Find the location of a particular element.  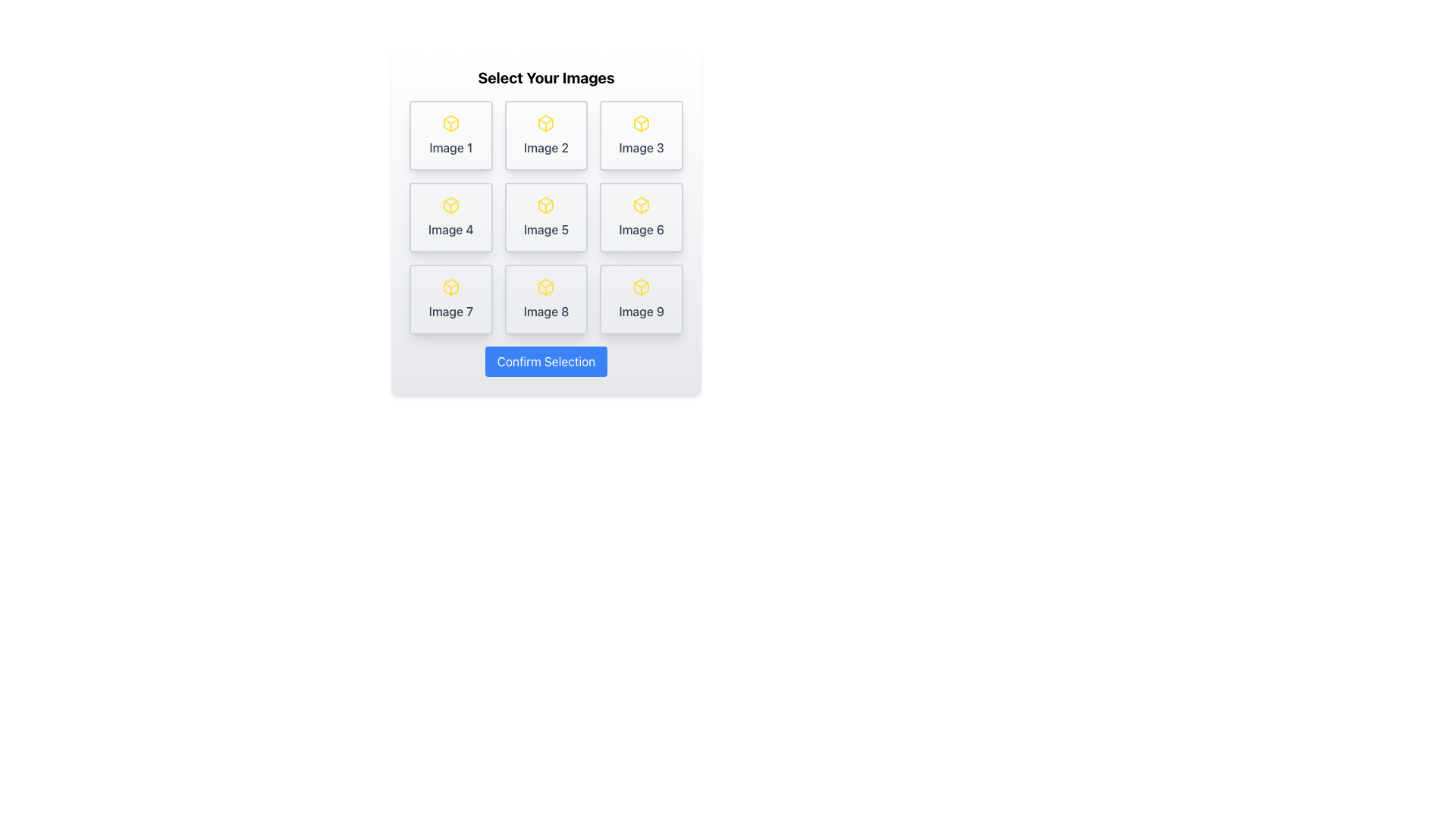

the yellow cube icon in the top row of the grid is located at coordinates (450, 122).